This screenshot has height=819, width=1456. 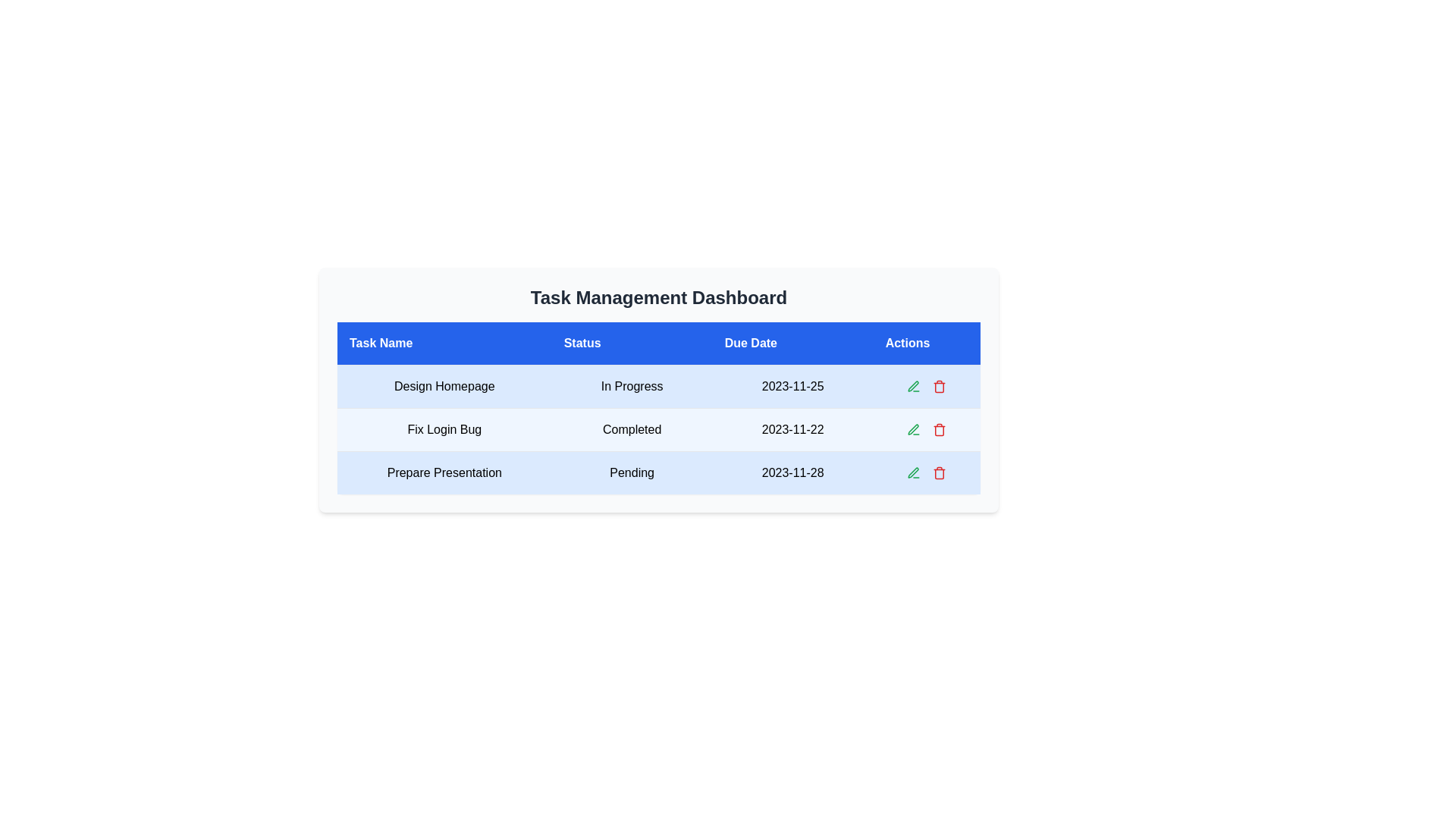 What do you see at coordinates (444, 472) in the screenshot?
I see `the static text label identifying the task 'Prepare Presentation' in the task management table, located in the third row under the 'Task Name' column` at bounding box center [444, 472].